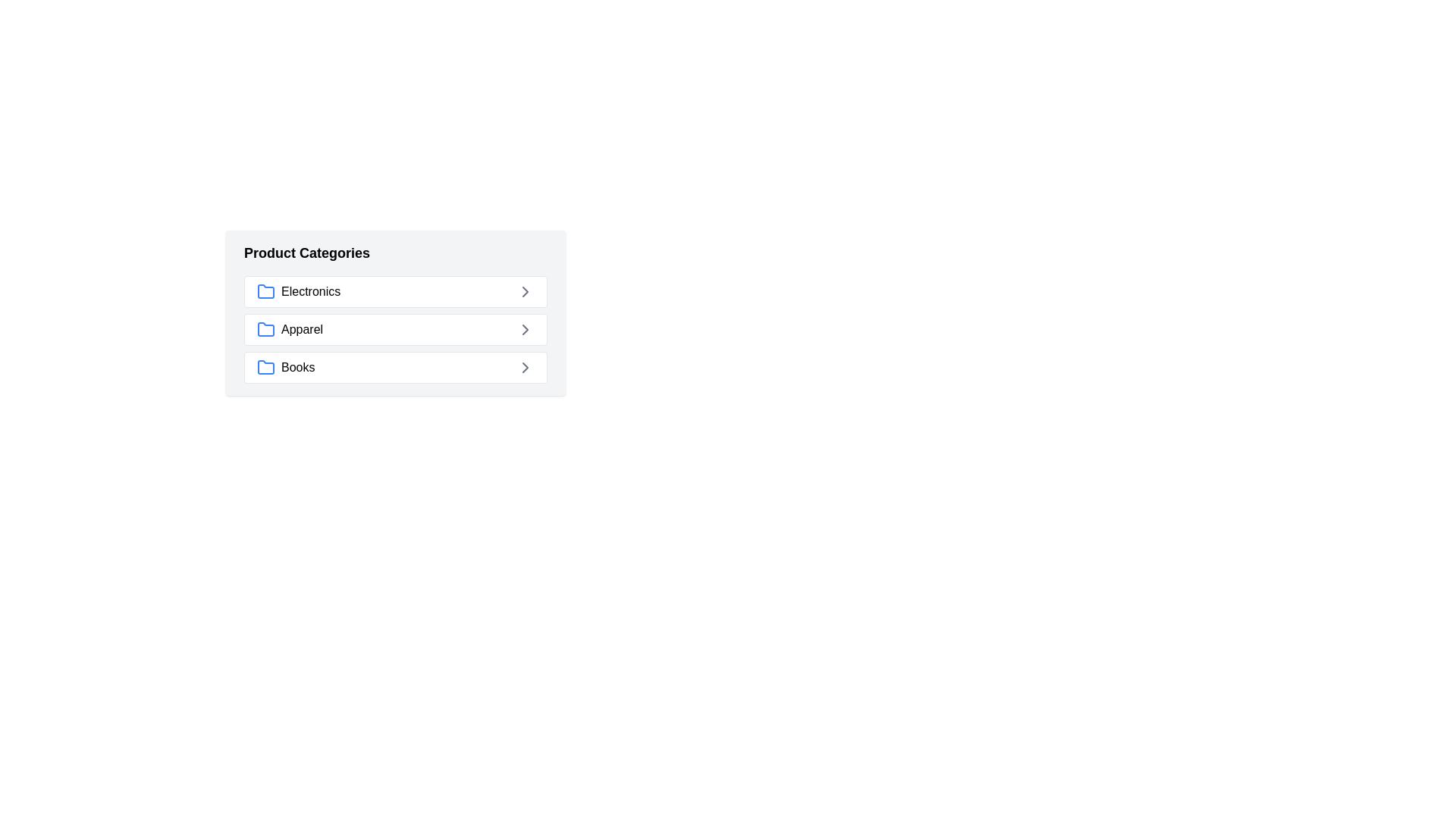  Describe the element at coordinates (265, 292) in the screenshot. I see `the blue folder icon representing the 'Electronics' category` at that location.